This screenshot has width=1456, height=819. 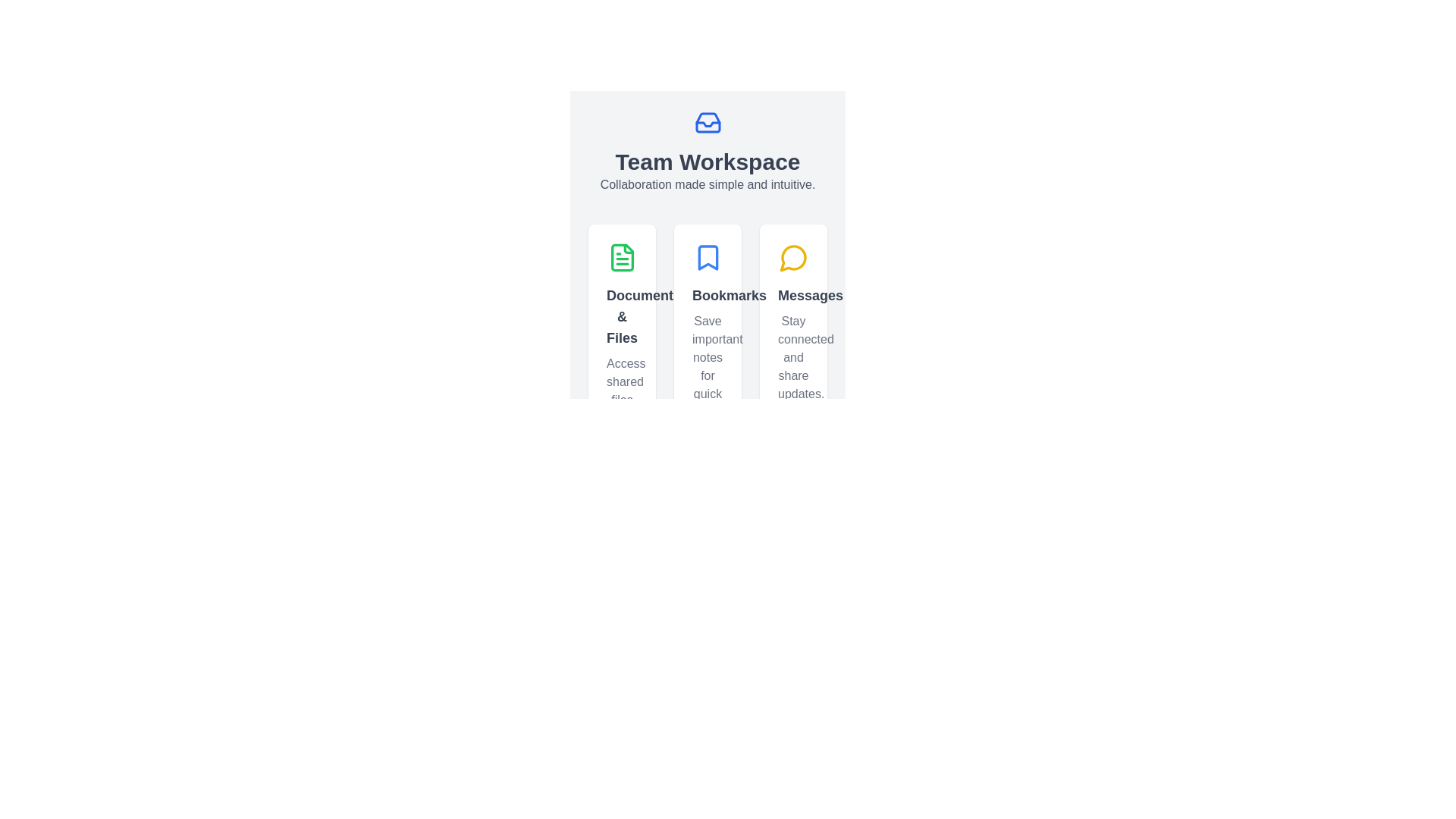 I want to click on the Section Header with Icon and Text that features a blue outlined icon and the text 'Team Workspace', so click(x=707, y=152).